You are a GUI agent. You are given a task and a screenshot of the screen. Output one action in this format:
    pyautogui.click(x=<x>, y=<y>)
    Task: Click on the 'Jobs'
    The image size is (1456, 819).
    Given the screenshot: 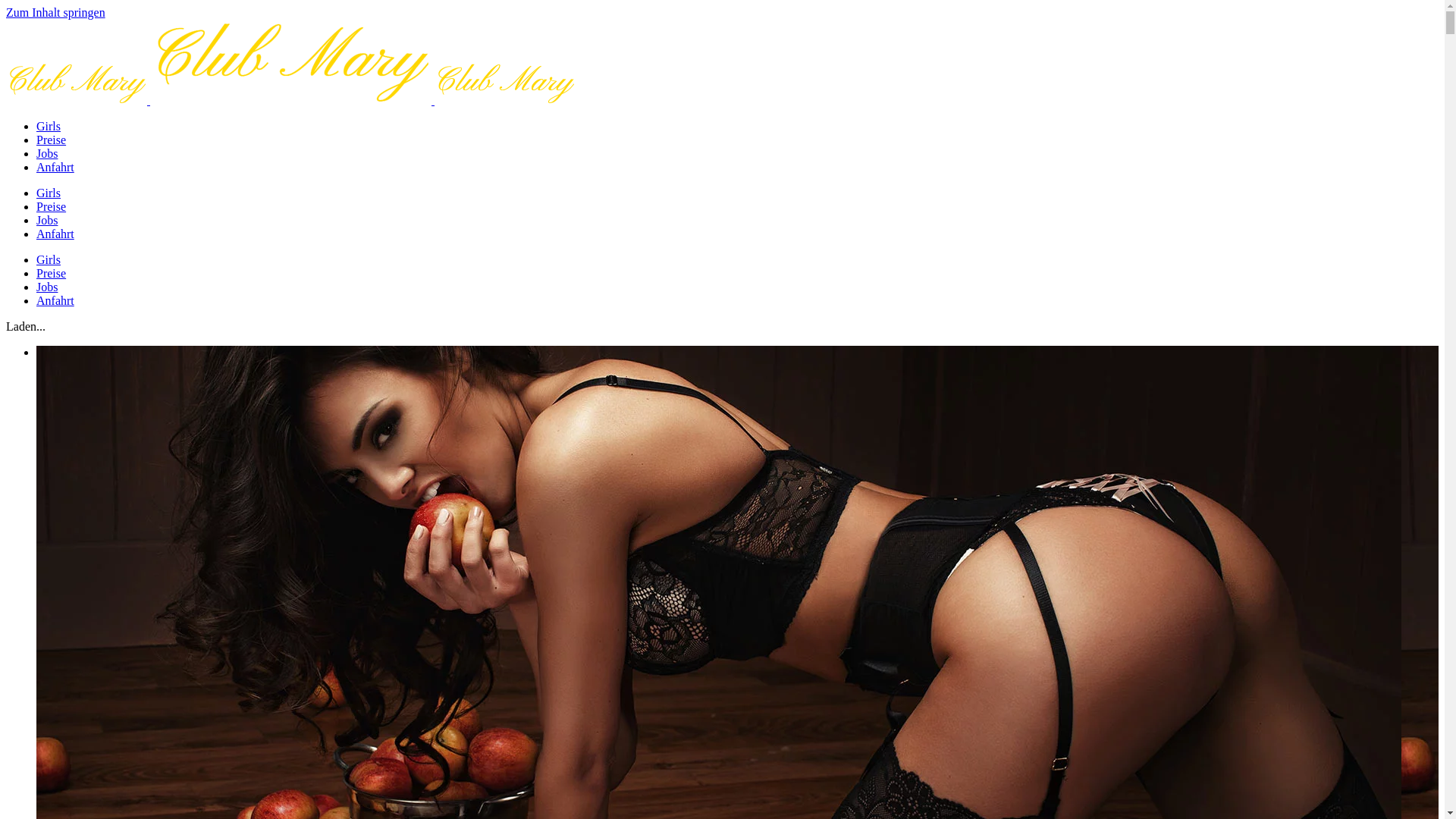 What is the action you would take?
    pyautogui.click(x=47, y=153)
    